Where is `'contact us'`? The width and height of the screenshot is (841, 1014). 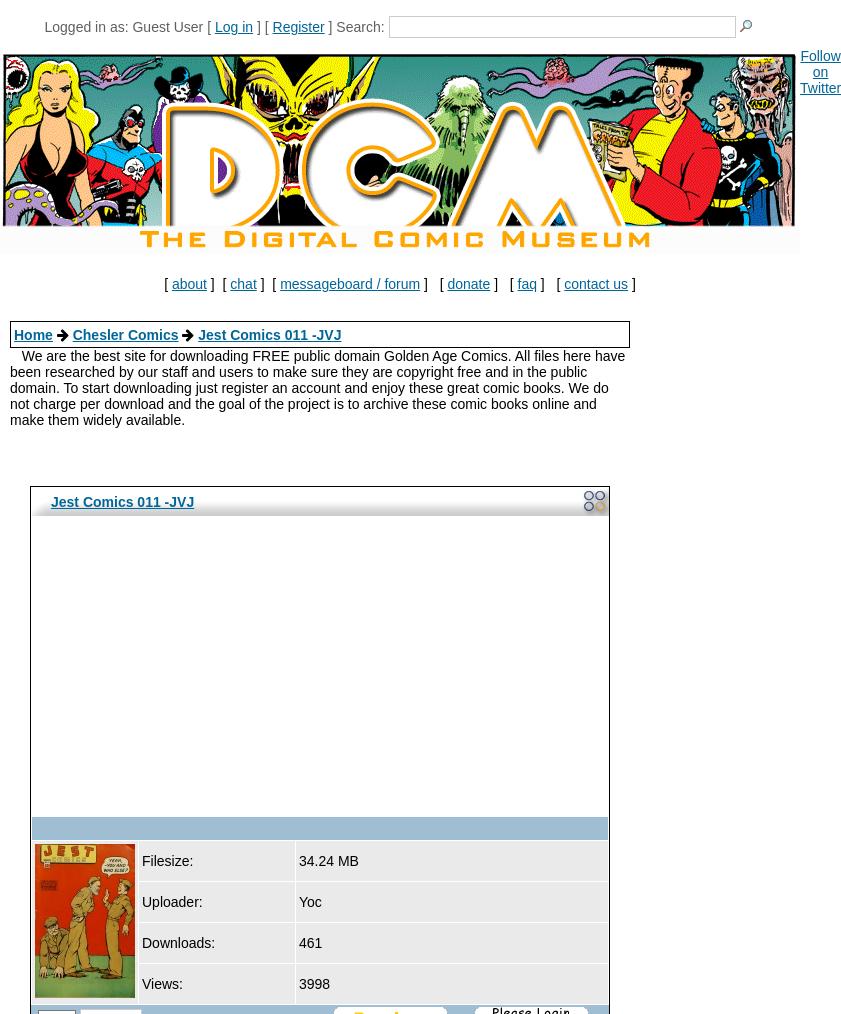 'contact us' is located at coordinates (596, 284).